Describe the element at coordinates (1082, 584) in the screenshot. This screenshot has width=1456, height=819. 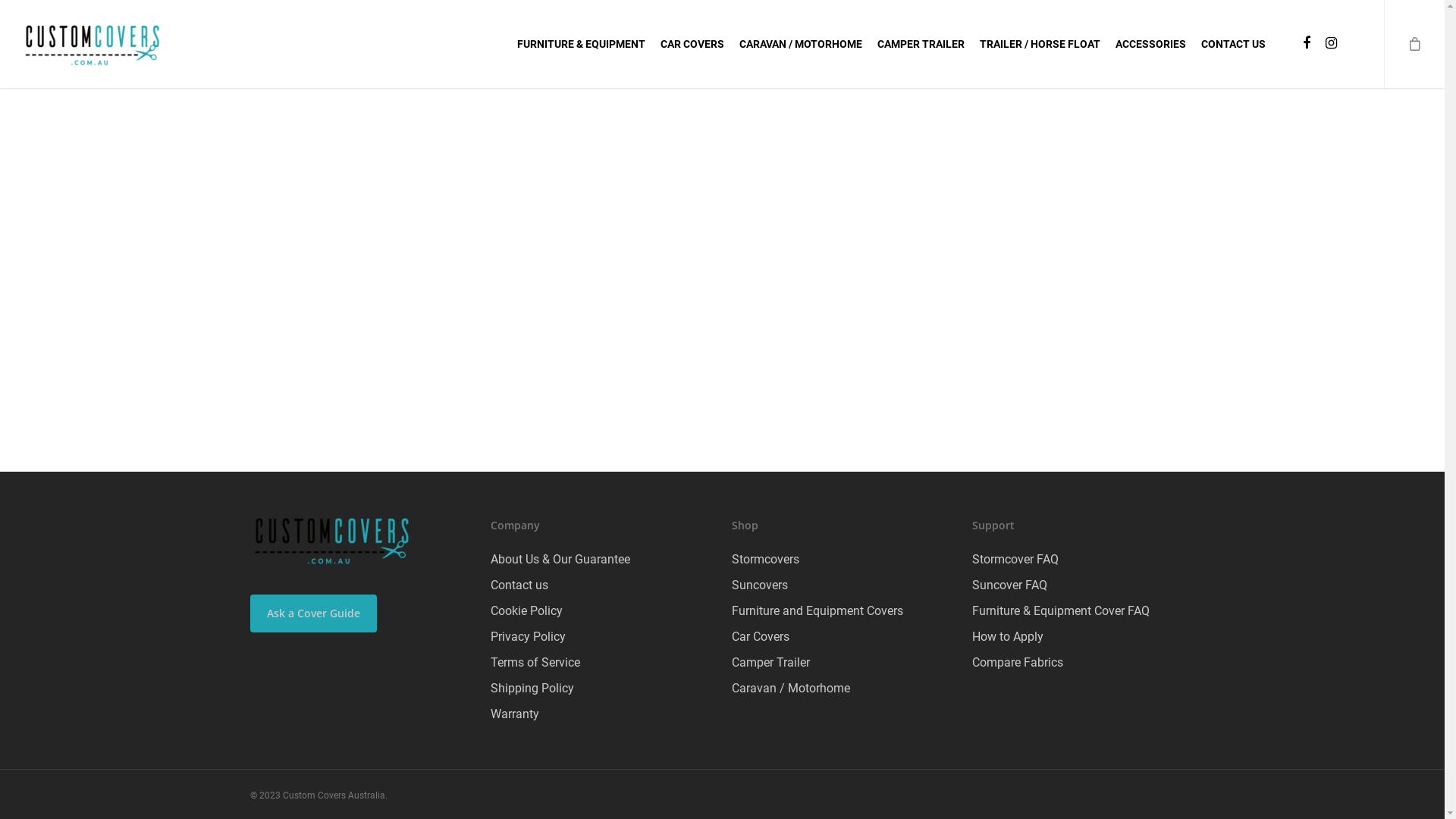
I see `'Suncover FAQ'` at that location.